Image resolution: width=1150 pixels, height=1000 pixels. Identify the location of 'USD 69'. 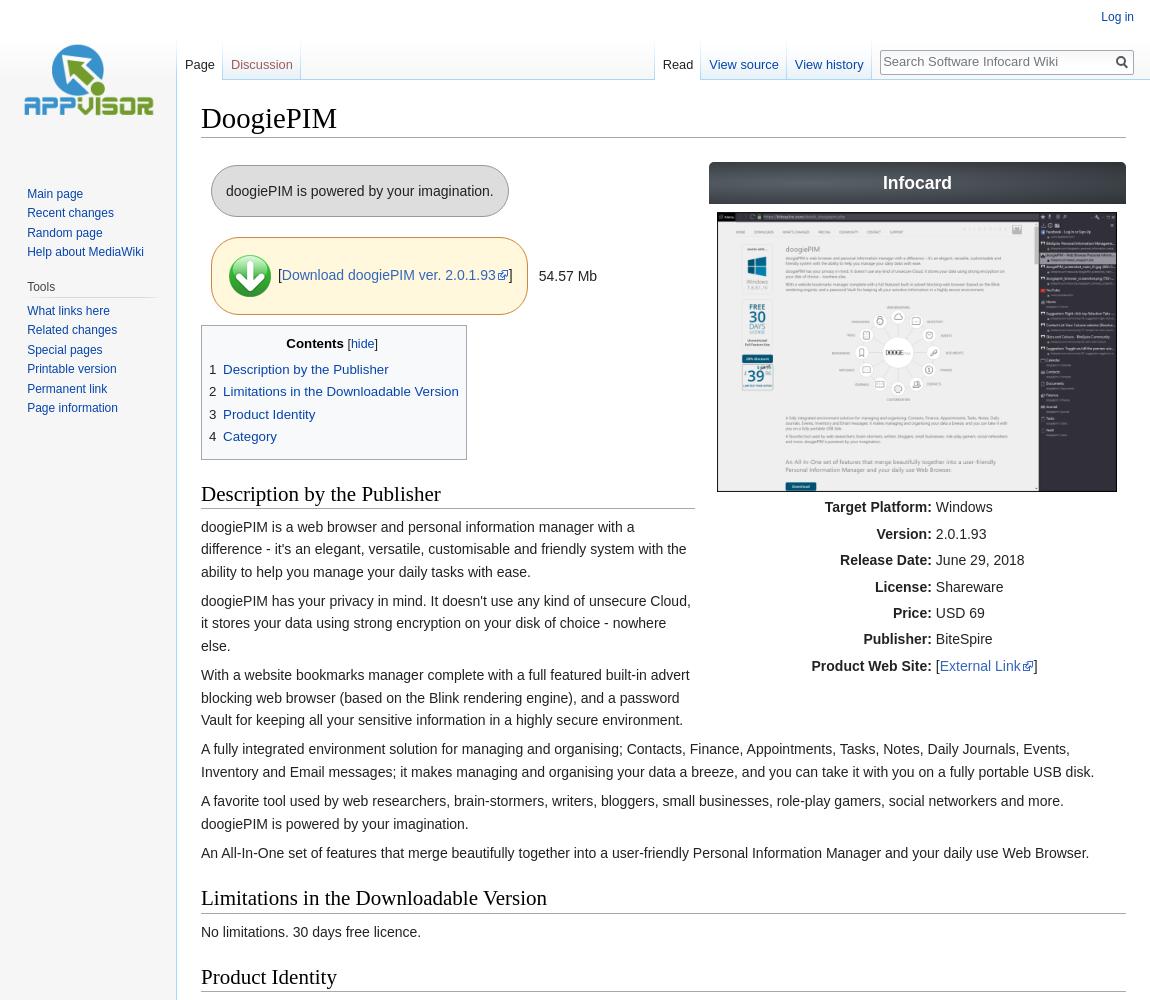
(934, 612).